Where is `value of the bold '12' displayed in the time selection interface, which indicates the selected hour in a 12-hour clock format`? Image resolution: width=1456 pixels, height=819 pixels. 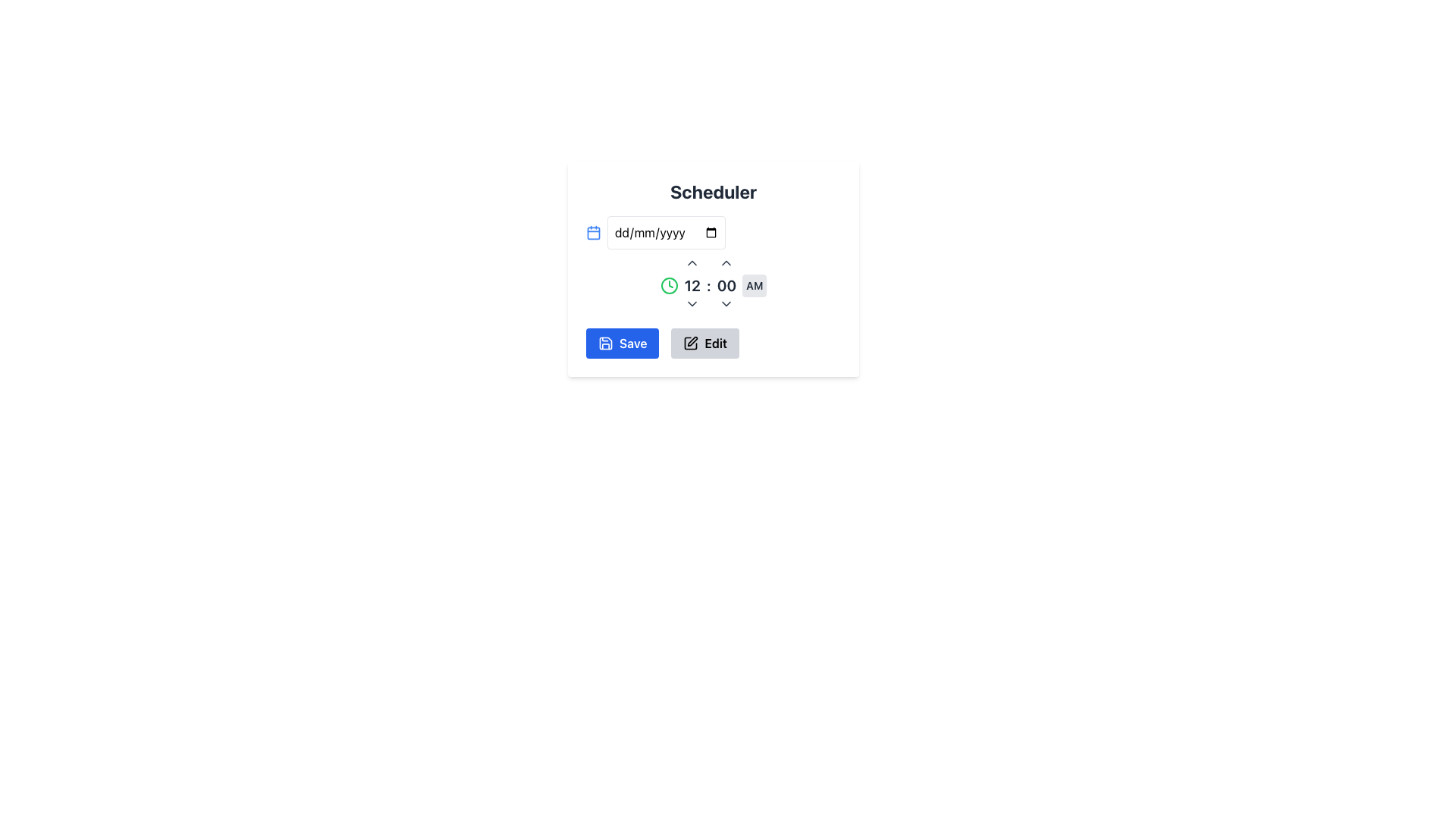
value of the bold '12' displayed in the time selection interface, which indicates the selected hour in a 12-hour clock format is located at coordinates (692, 286).